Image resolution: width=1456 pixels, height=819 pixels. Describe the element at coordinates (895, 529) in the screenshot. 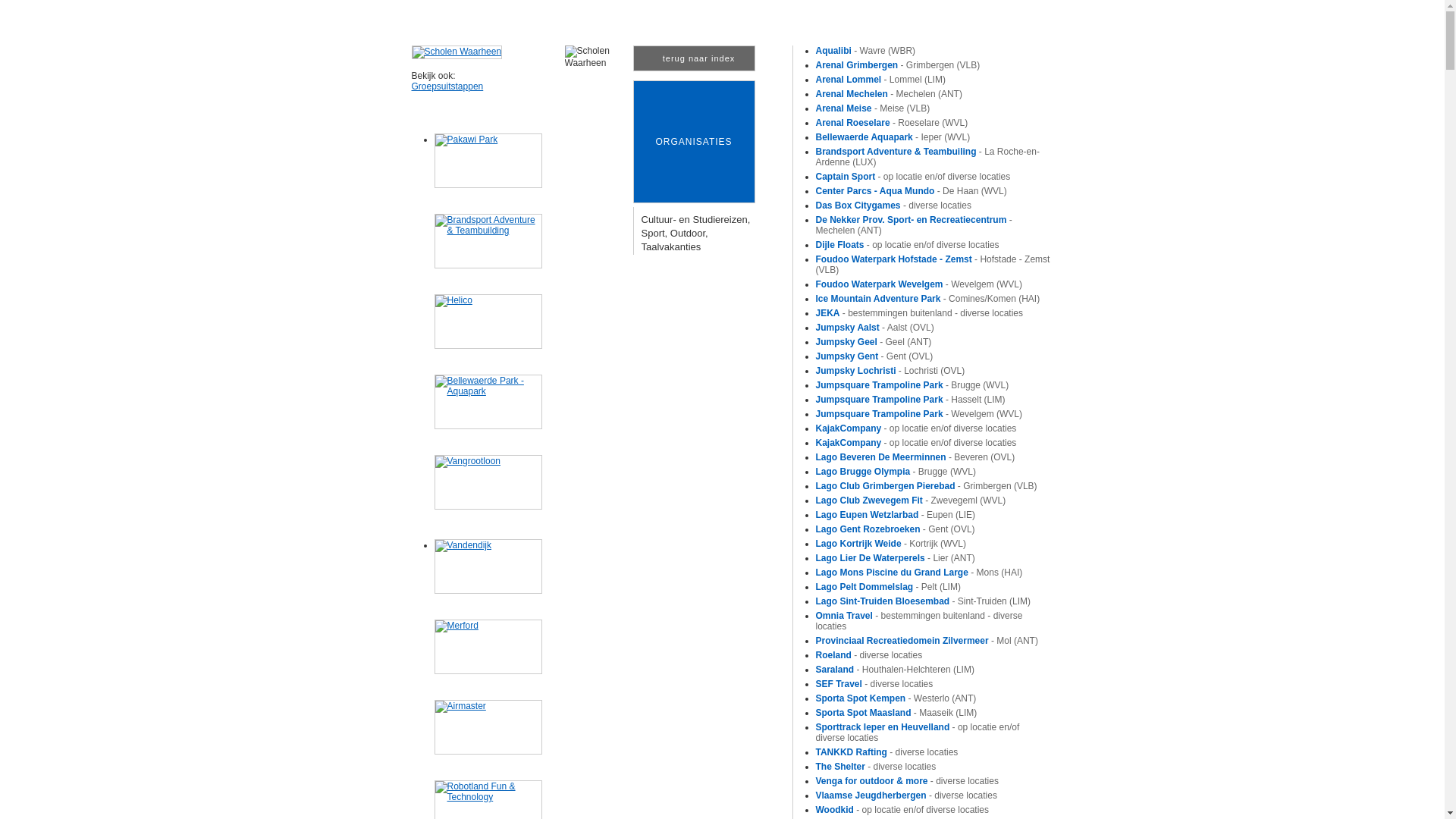

I see `'Lago Gent Rozebroeken - Gent (OVL)'` at that location.